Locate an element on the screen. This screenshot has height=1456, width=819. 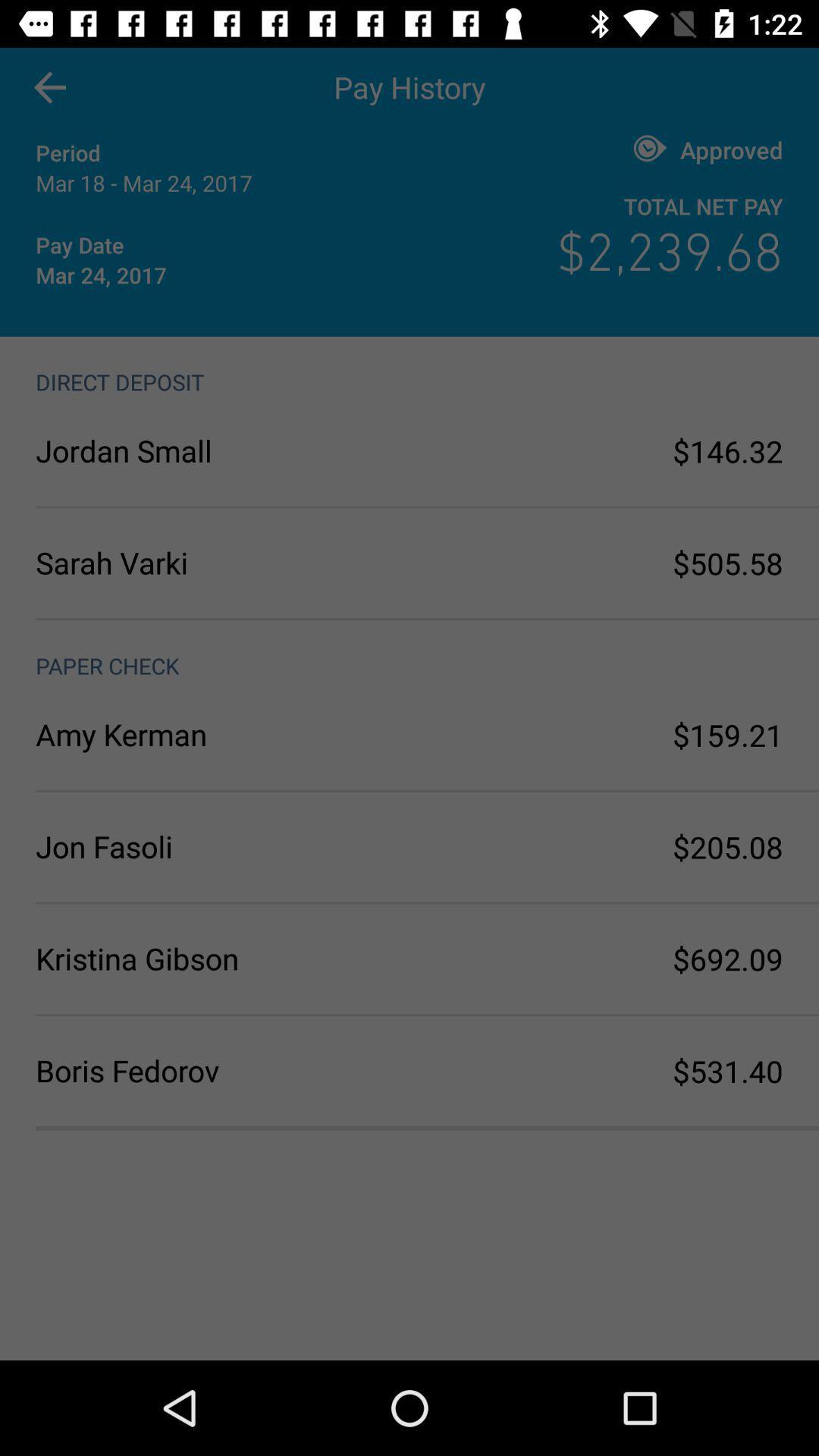
the amy kerman app is located at coordinates (222, 734).